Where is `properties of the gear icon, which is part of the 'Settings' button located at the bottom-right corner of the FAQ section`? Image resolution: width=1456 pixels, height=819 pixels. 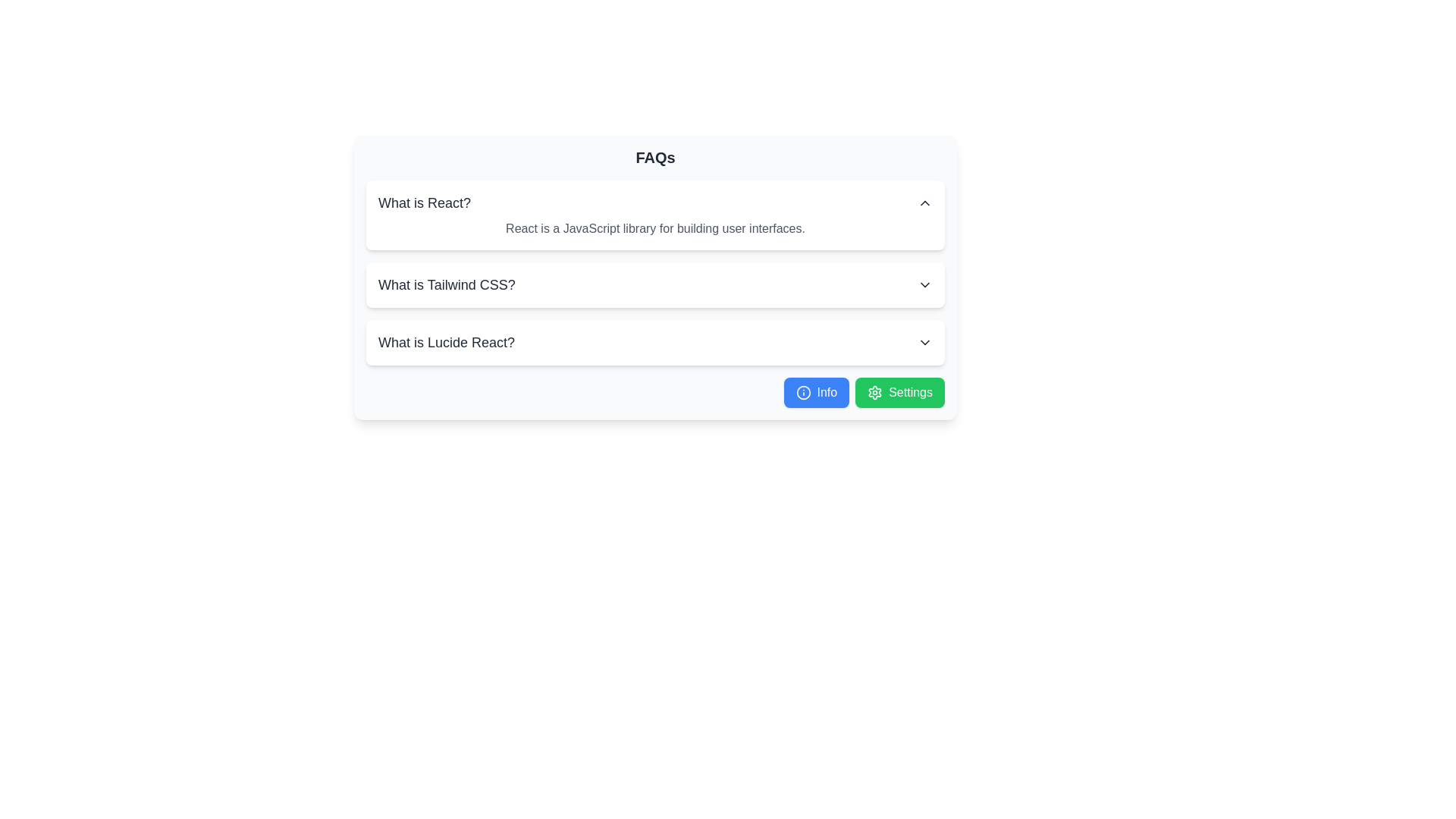 properties of the gear icon, which is part of the 'Settings' button located at the bottom-right corner of the FAQ section is located at coordinates (875, 391).